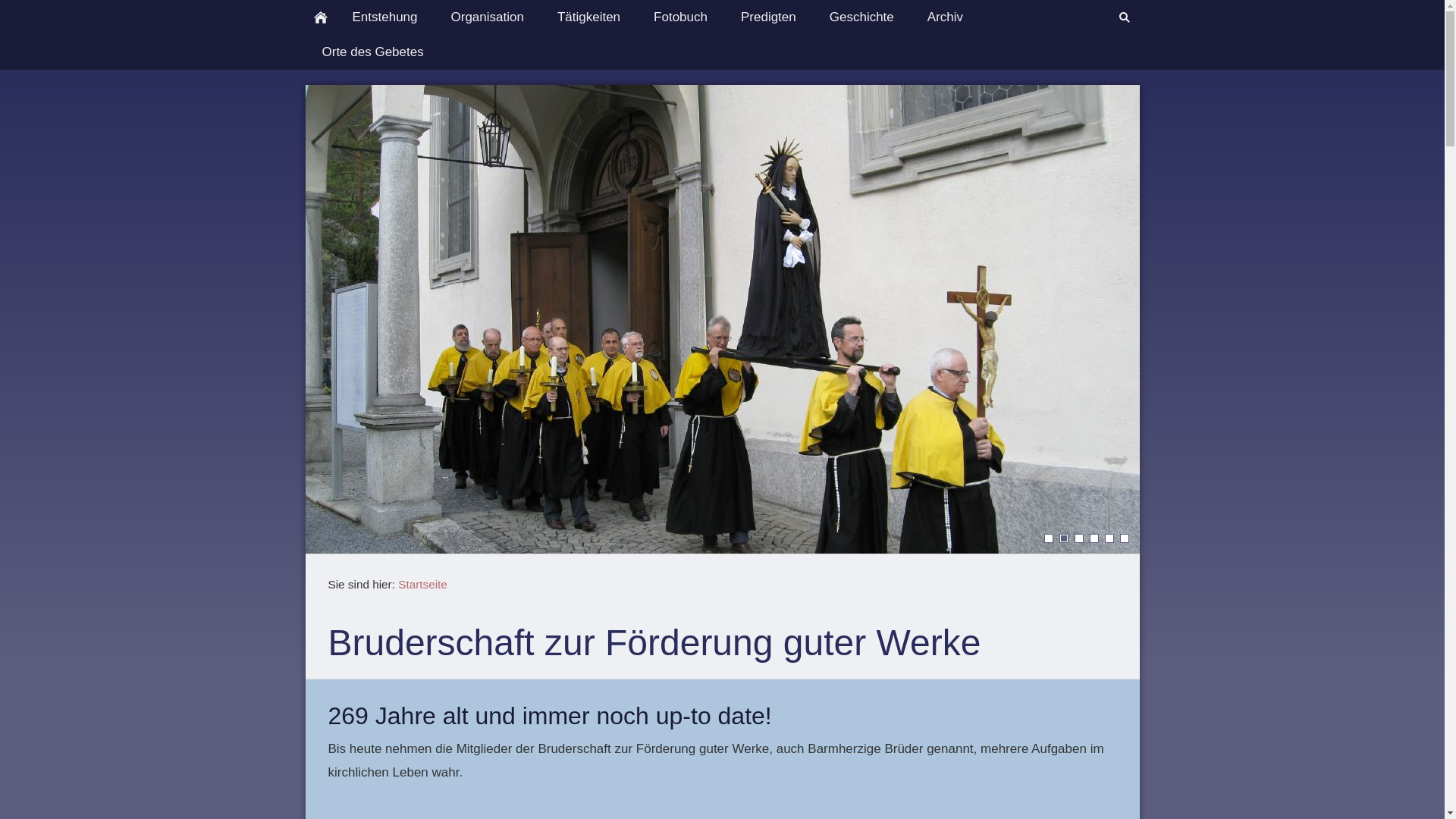 The image size is (1456, 819). What do you see at coordinates (384, 17) in the screenshot?
I see `'Entstehung'` at bounding box center [384, 17].